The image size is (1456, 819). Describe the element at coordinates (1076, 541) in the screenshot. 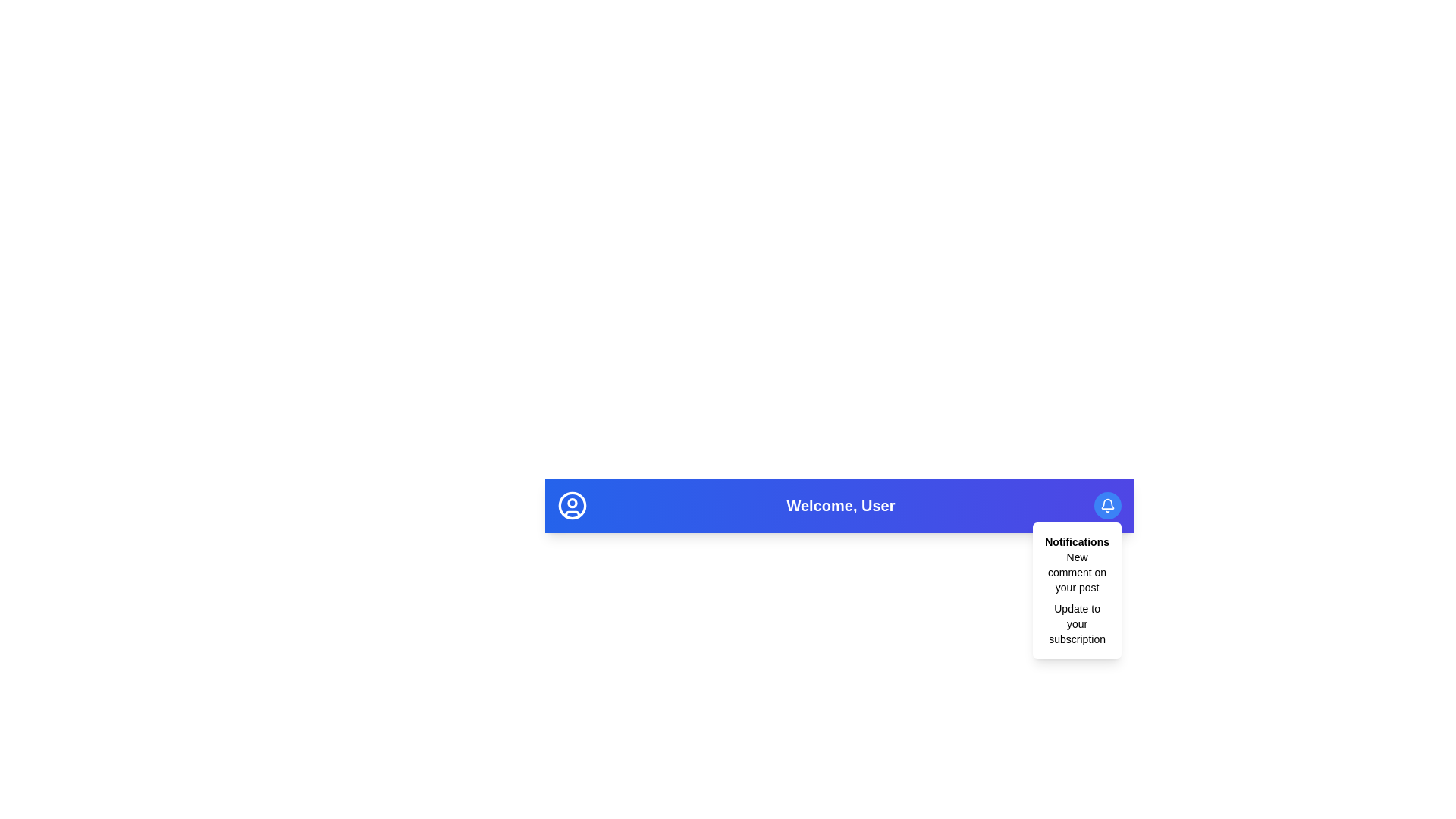

I see `the 'Notifications' text label located at the top of the notification dropdown menu in the top-right corner of the interface` at that location.